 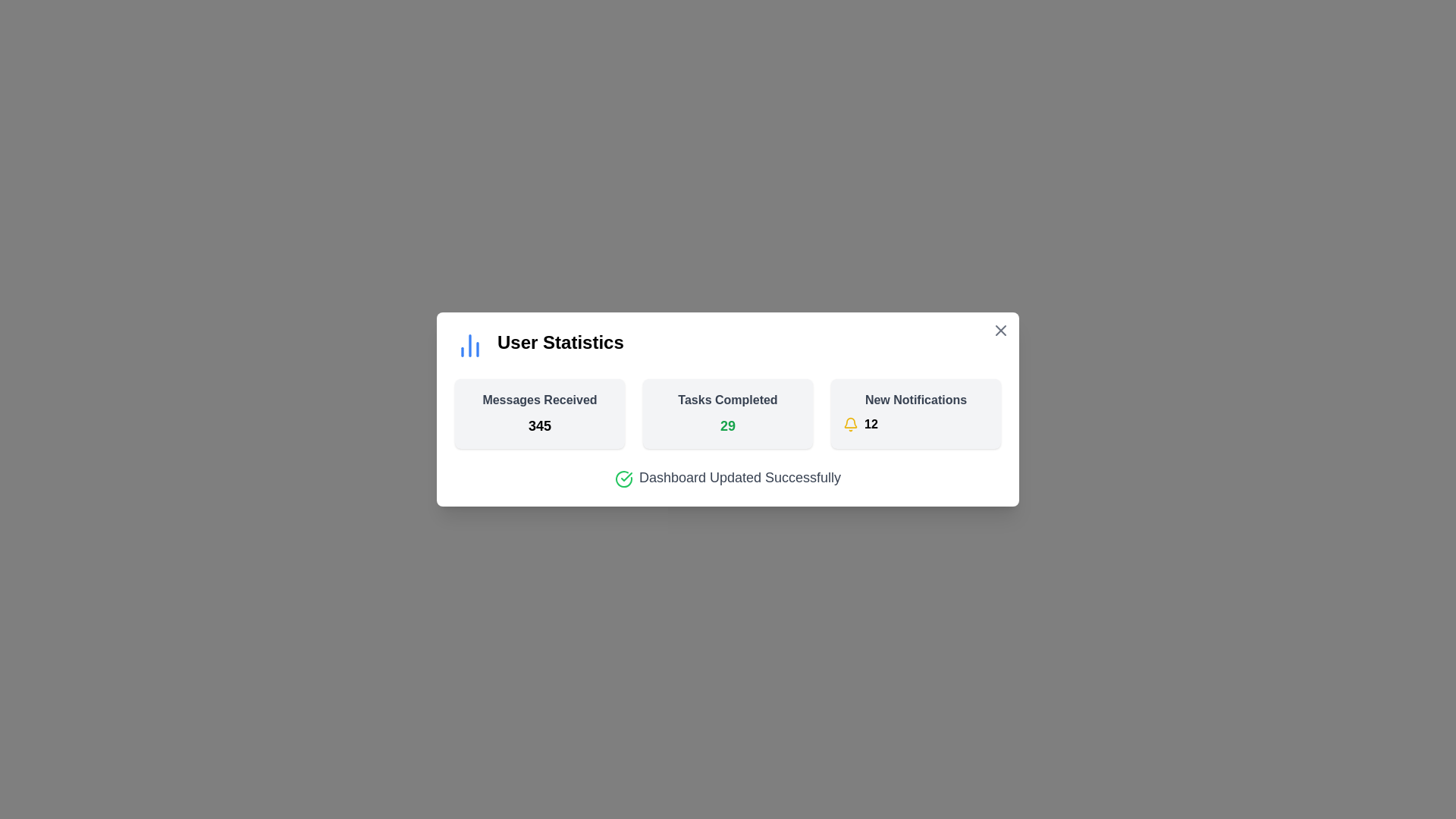 What do you see at coordinates (739, 476) in the screenshot?
I see `the confirmation message text label indicating a successful dashboard update, located at the bottom of the modal window under 'User Statistics', next to a green circular check icon` at bounding box center [739, 476].